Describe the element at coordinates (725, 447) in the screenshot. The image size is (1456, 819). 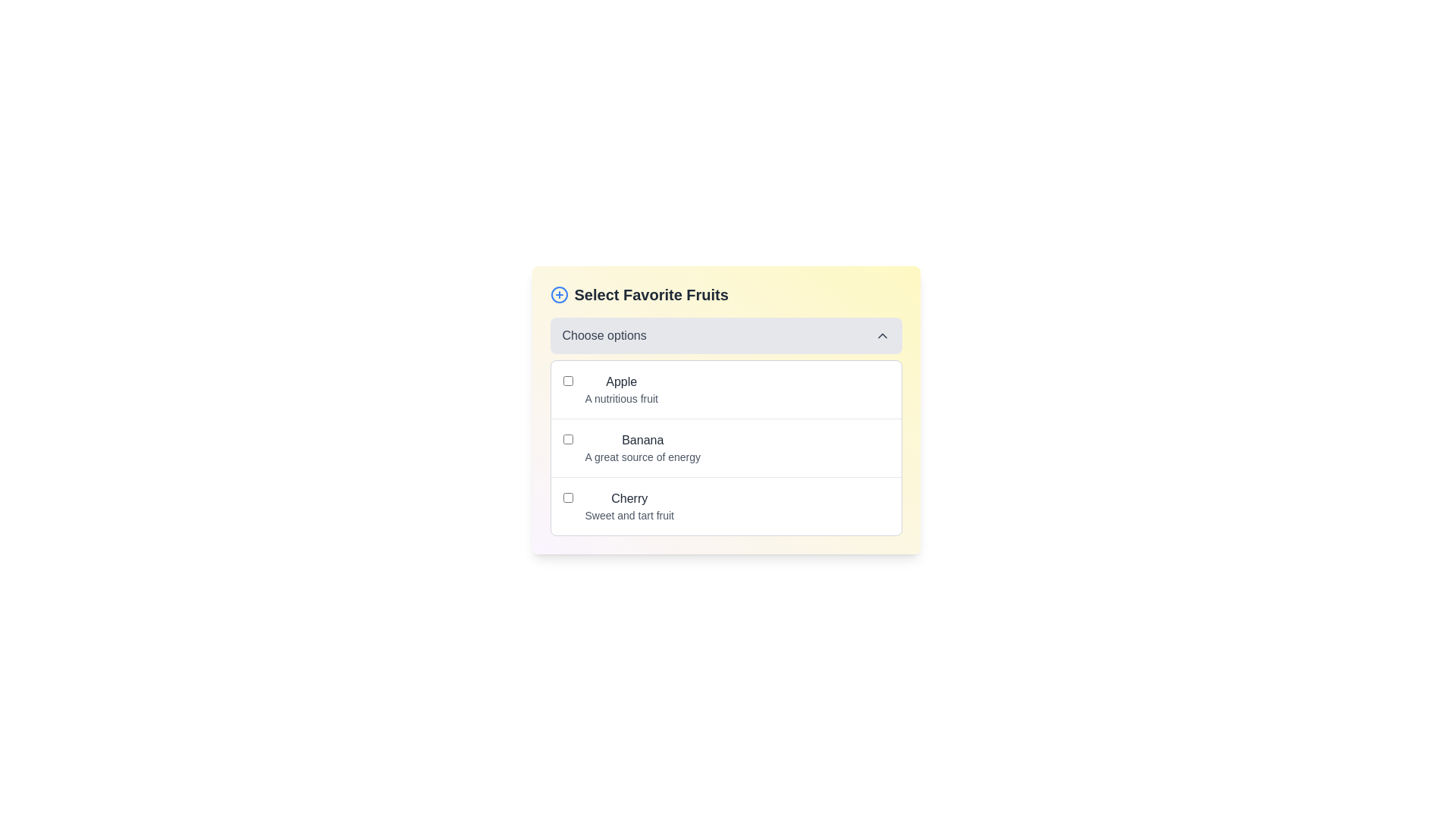
I see `the checkbox labeled 'Banana'` at that location.